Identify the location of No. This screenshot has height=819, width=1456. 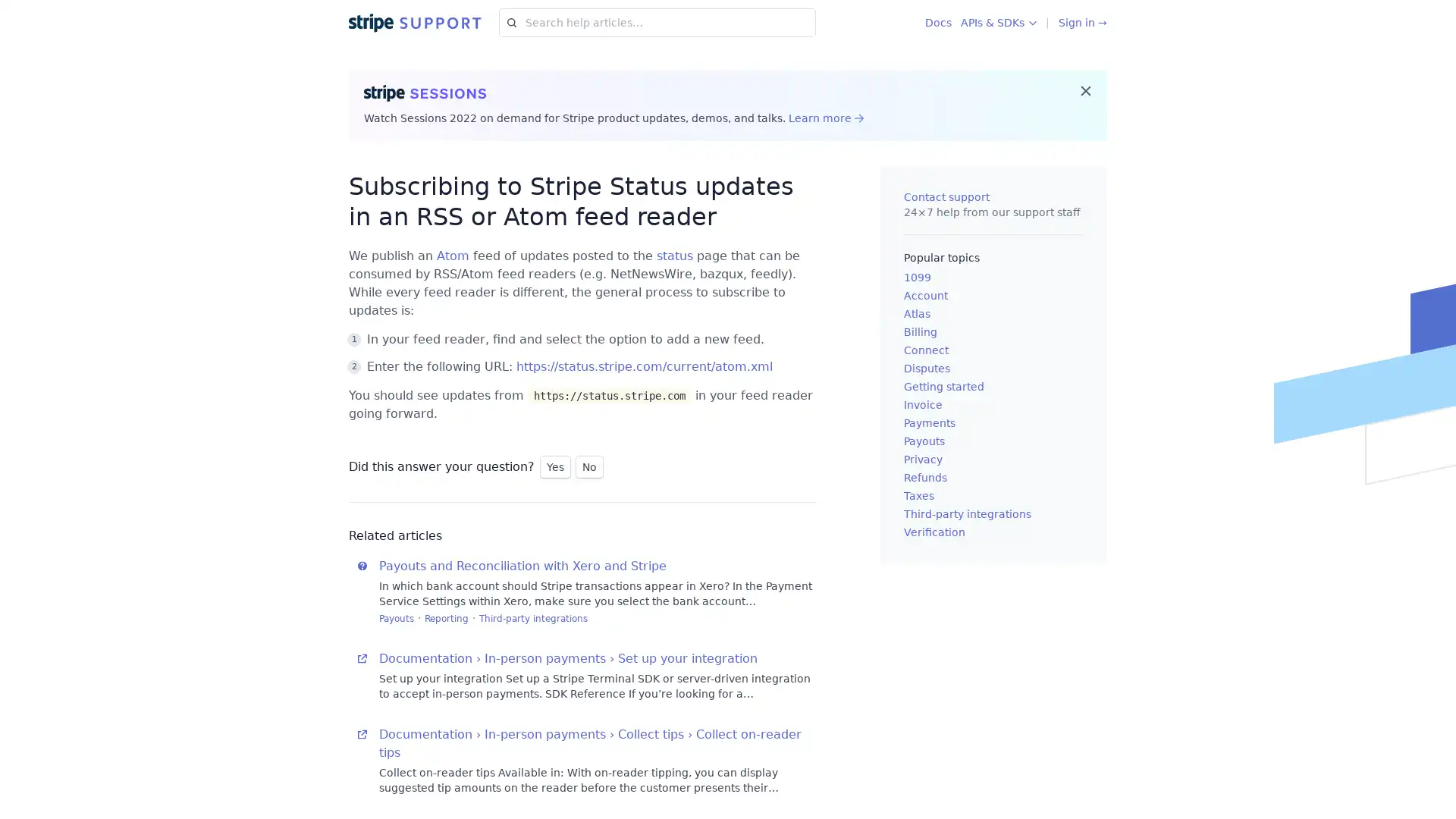
(588, 466).